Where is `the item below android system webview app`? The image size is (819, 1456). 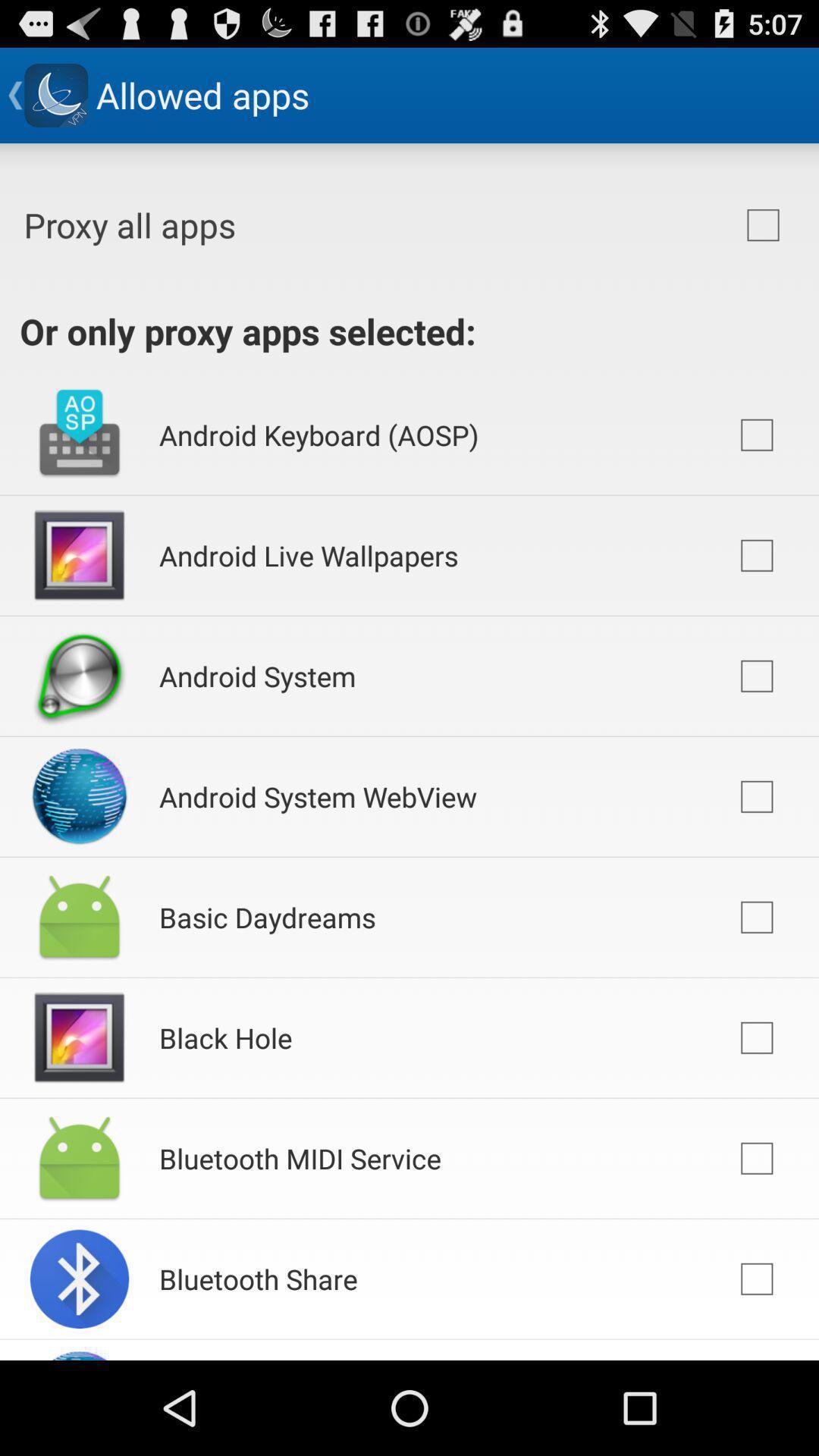
the item below android system webview app is located at coordinates (266, 916).